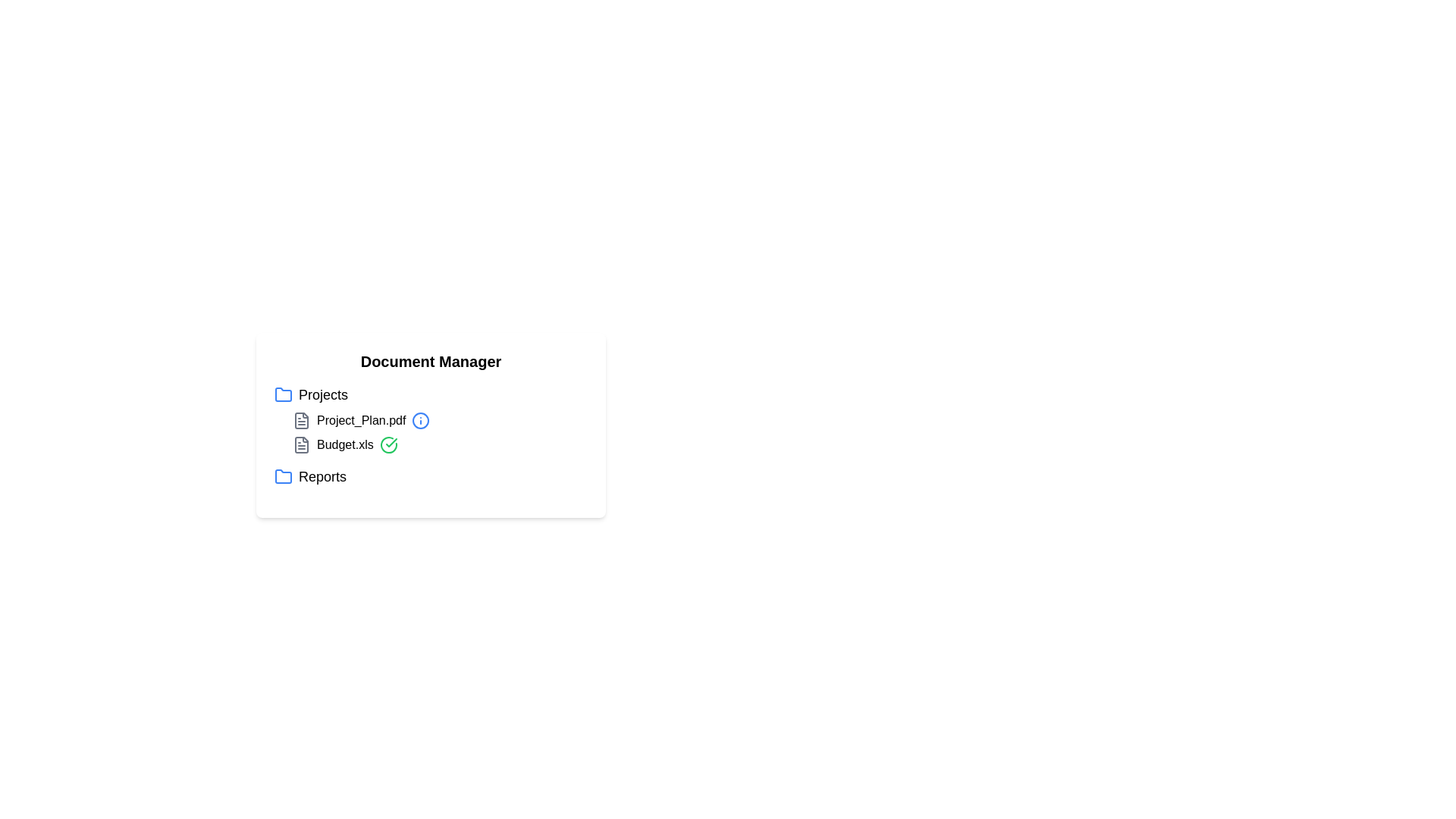 The height and width of the screenshot is (819, 1456). What do you see at coordinates (344, 444) in the screenshot?
I see `the file item Budget.xls to trigger its associated action` at bounding box center [344, 444].